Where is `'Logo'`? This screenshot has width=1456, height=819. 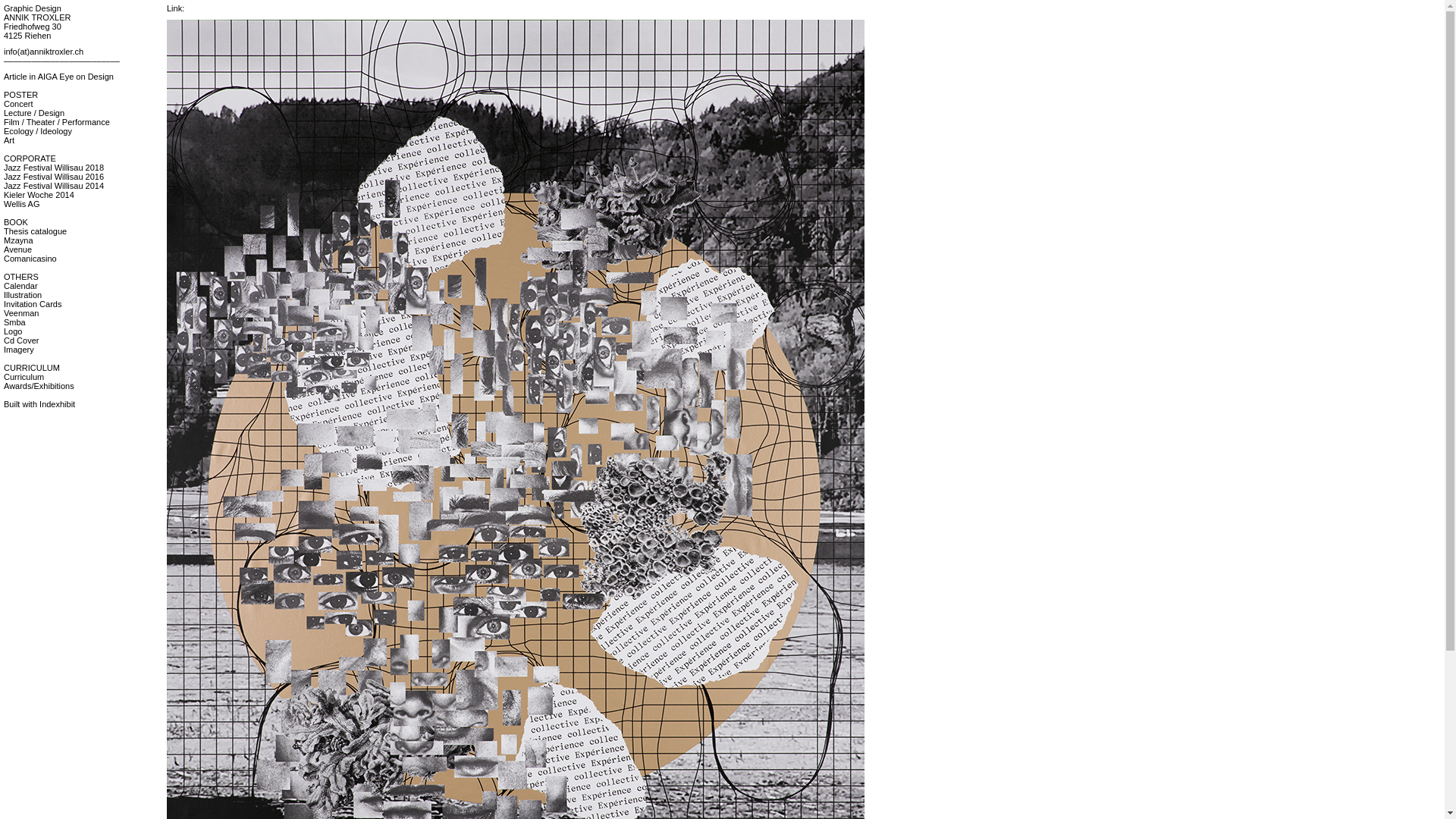 'Logo' is located at coordinates (3, 330).